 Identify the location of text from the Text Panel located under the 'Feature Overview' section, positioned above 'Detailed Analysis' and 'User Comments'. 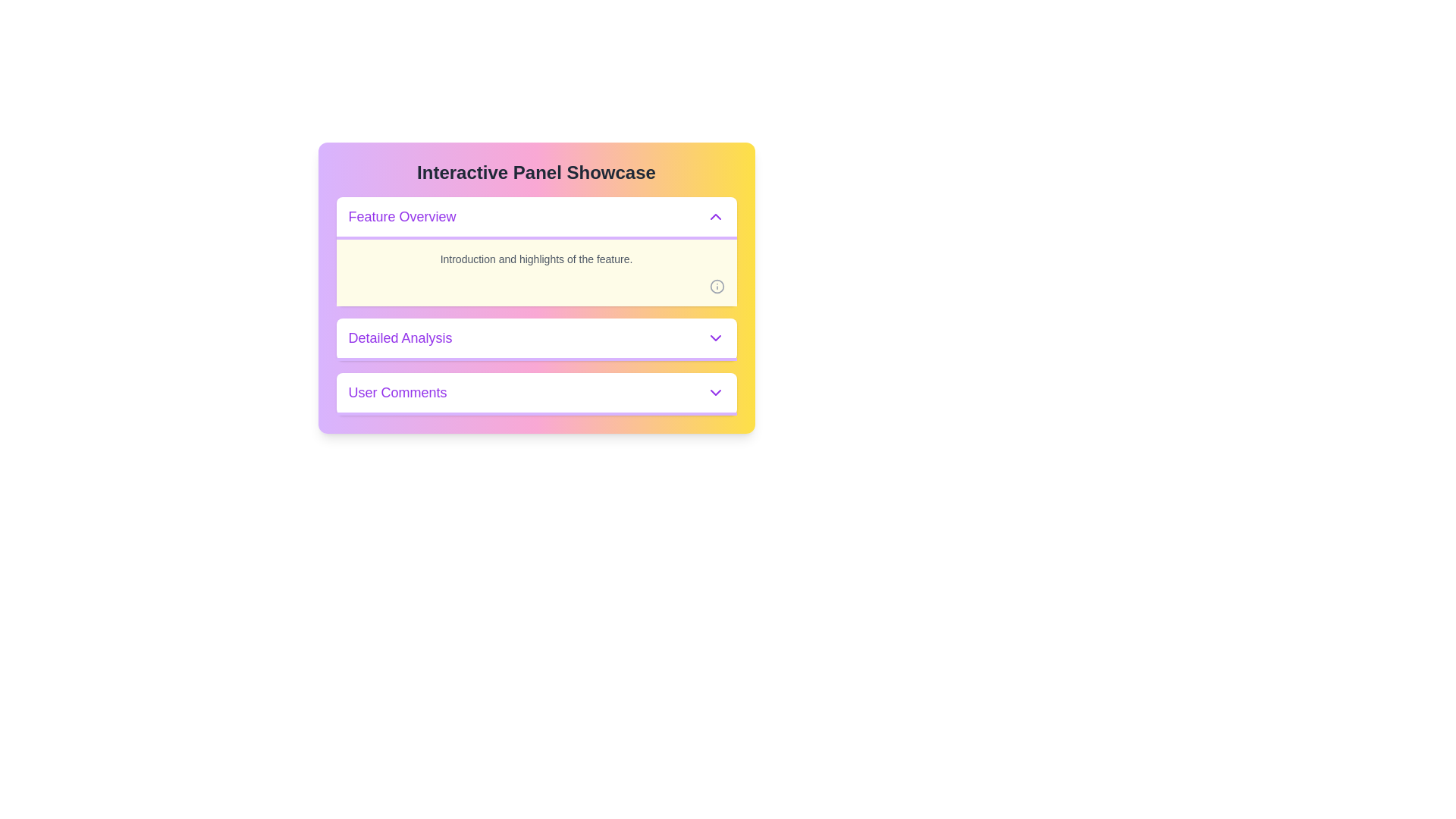
(536, 250).